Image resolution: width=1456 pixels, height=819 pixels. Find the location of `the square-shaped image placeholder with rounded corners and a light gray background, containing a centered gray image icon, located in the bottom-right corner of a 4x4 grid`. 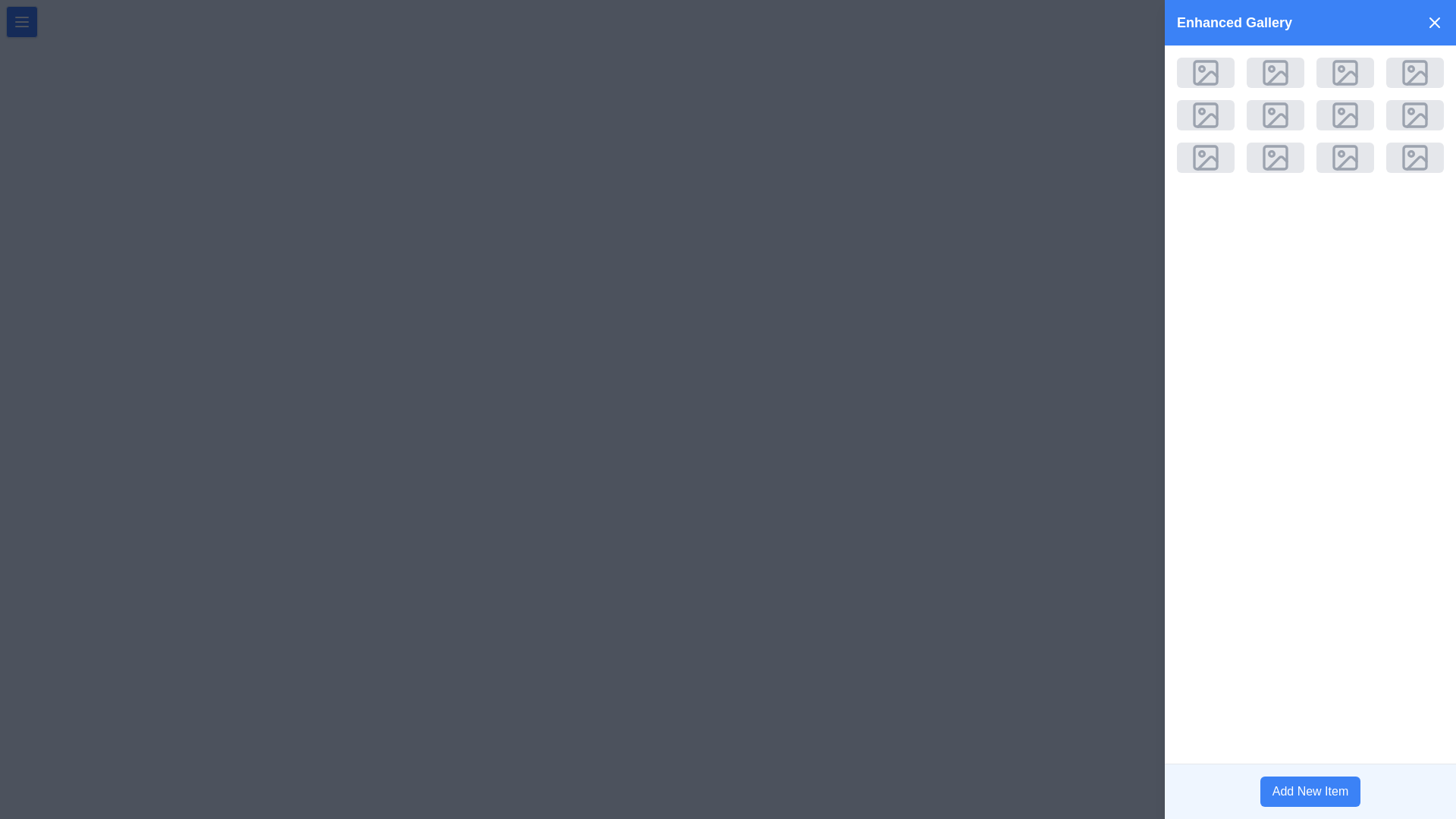

the square-shaped image placeholder with rounded corners and a light gray background, containing a centered gray image icon, located in the bottom-right corner of a 4x4 grid is located at coordinates (1414, 158).